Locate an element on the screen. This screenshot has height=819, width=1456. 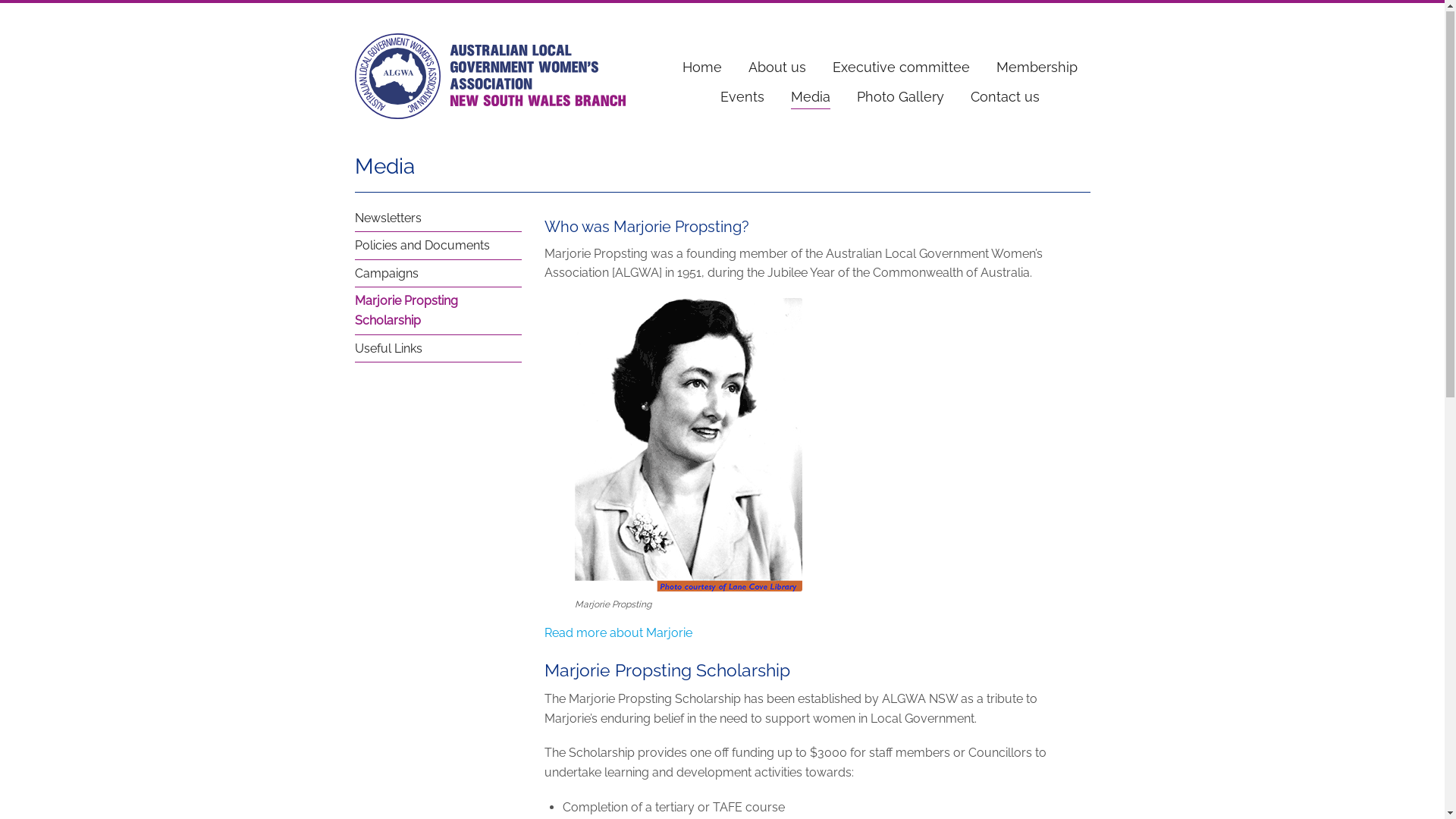
'Read more about Marjorie' is located at coordinates (544, 633).